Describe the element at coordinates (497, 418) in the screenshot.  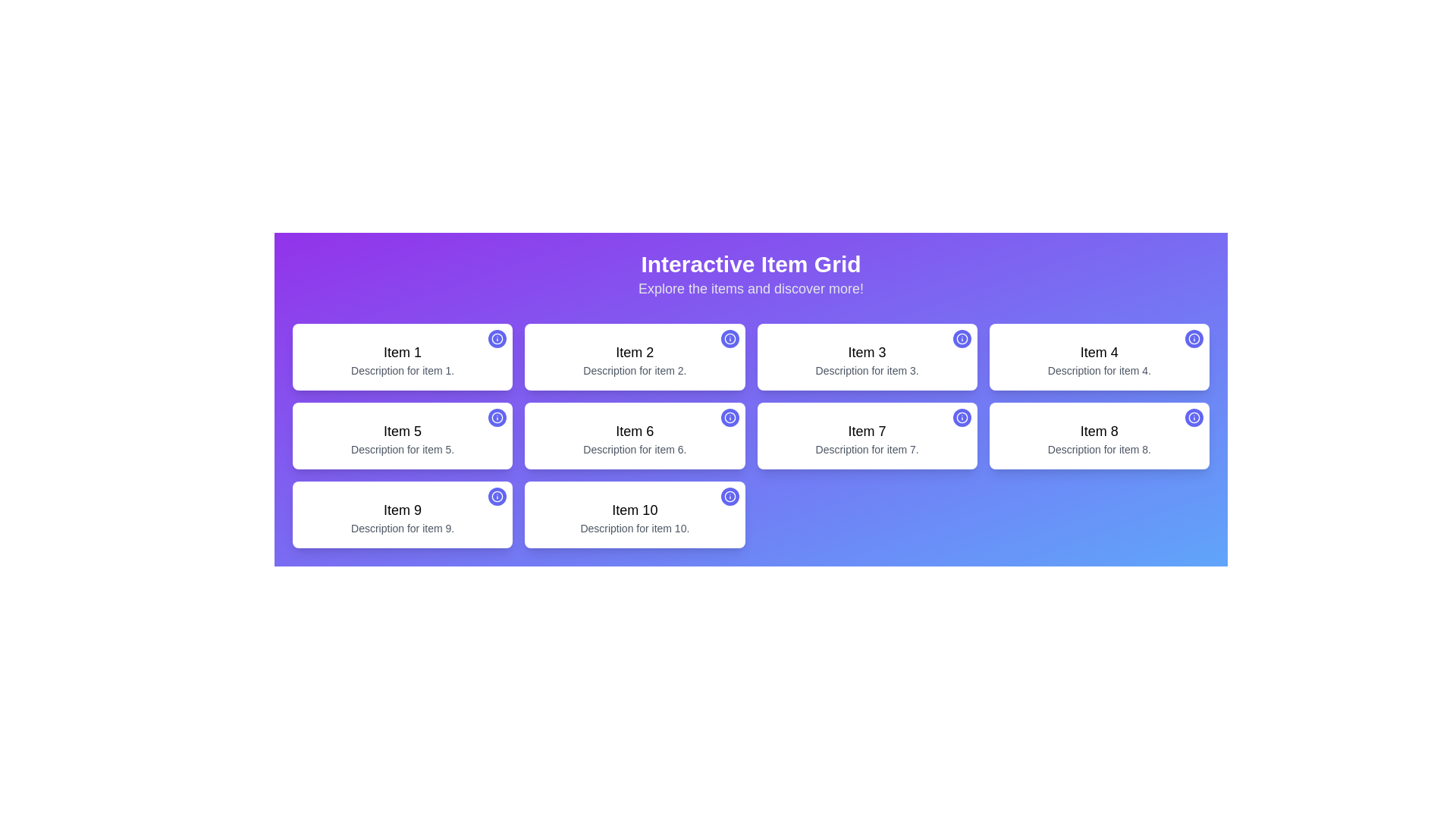
I see `the information icon located at the top-right corner of the 'Item 5' tile in the second row of the grid` at that location.